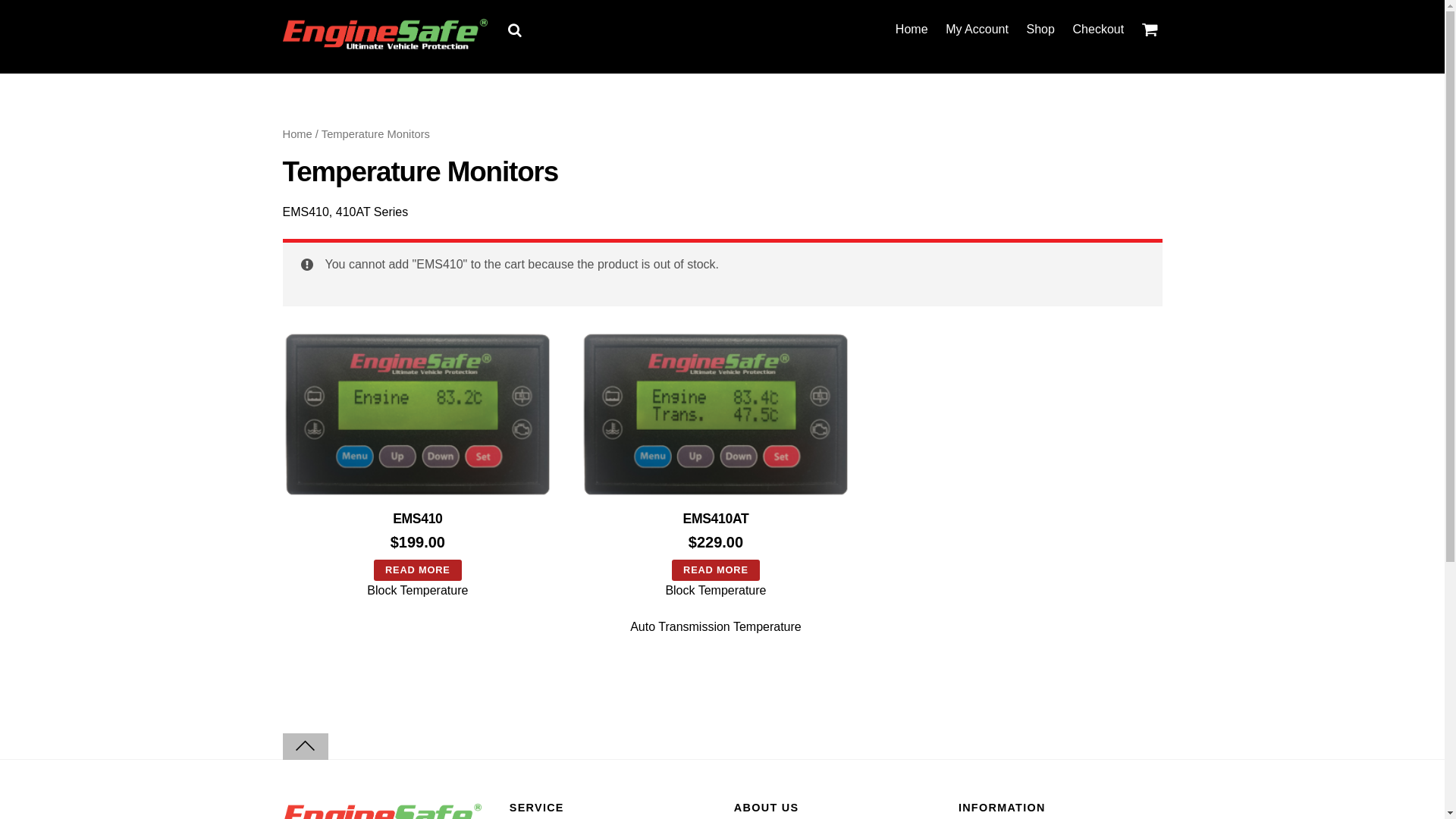 The height and width of the screenshot is (819, 1456). Describe the element at coordinates (282, 42) in the screenshot. I see `'EngineSafe'` at that location.